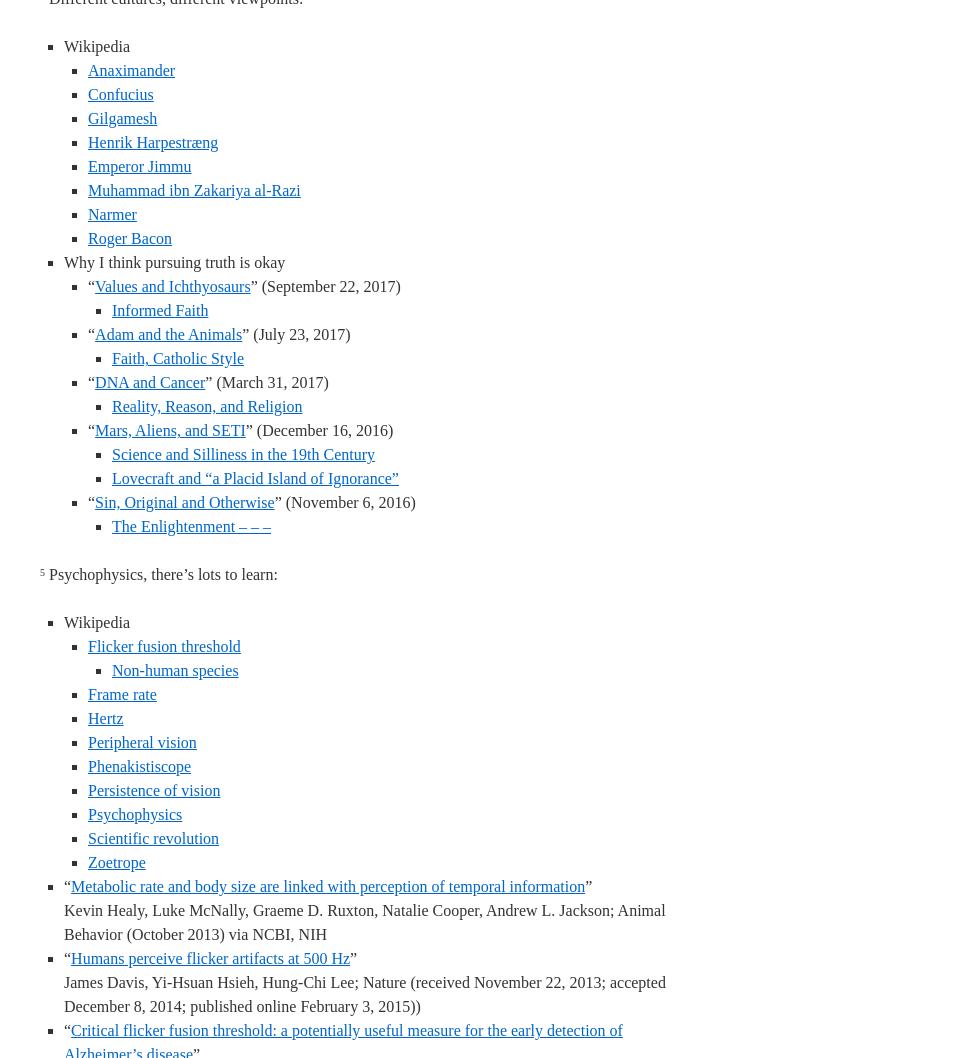 The height and width of the screenshot is (1058, 980). I want to click on 'Lovecraft and “a Placid Island of Ignorance”', so click(254, 477).